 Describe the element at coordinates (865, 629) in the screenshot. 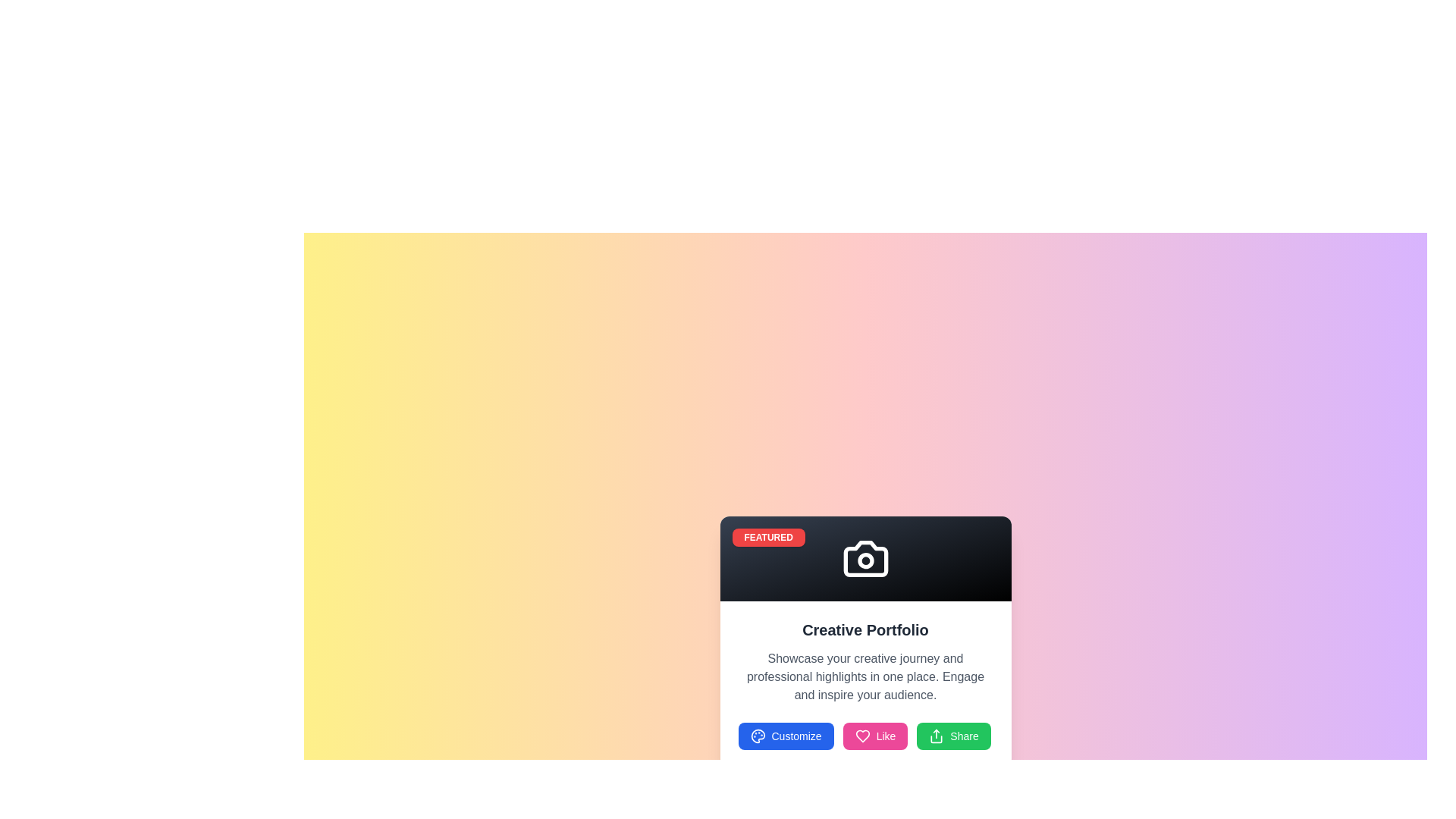

I see `the 'Creative Portfolio' text label, which serves as the main title for the section, positioned below an icon and a 'FEATURED' label` at that location.